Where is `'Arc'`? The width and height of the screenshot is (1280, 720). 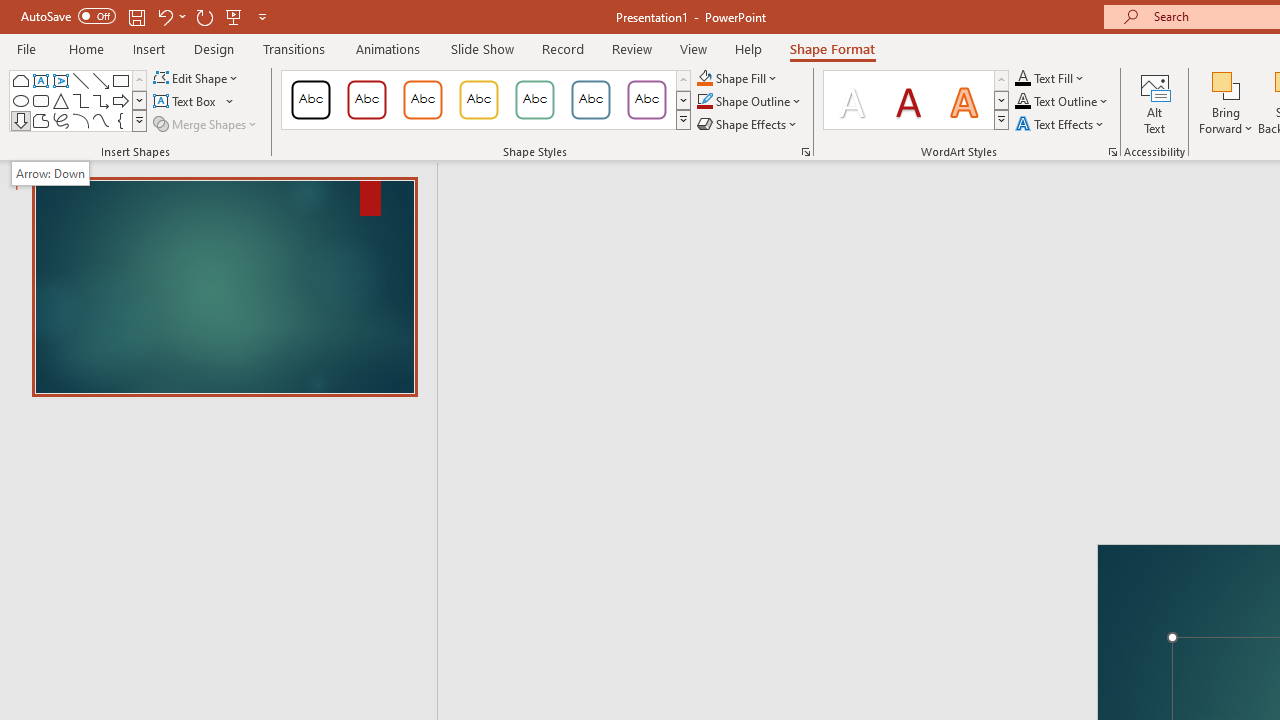
'Arc' is located at coordinates (80, 120).